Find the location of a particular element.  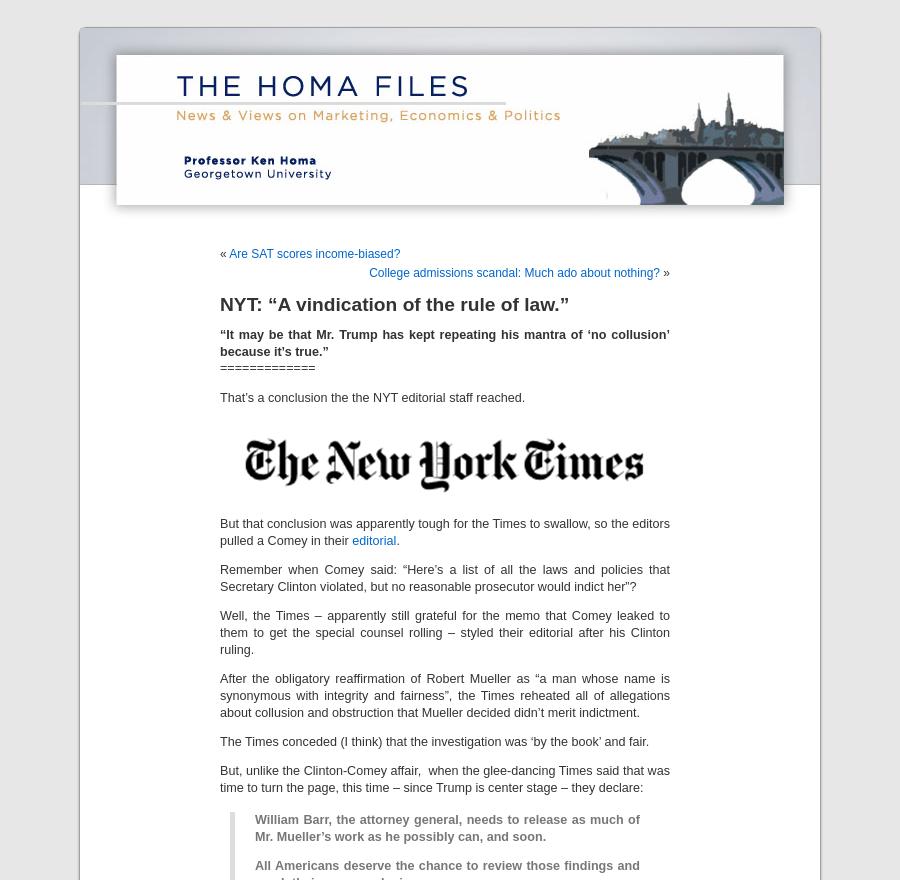

'“It may be that Mr. Trump has kept repeating his mantra of ‘no collusion’ because it’s true.”' is located at coordinates (219, 342).